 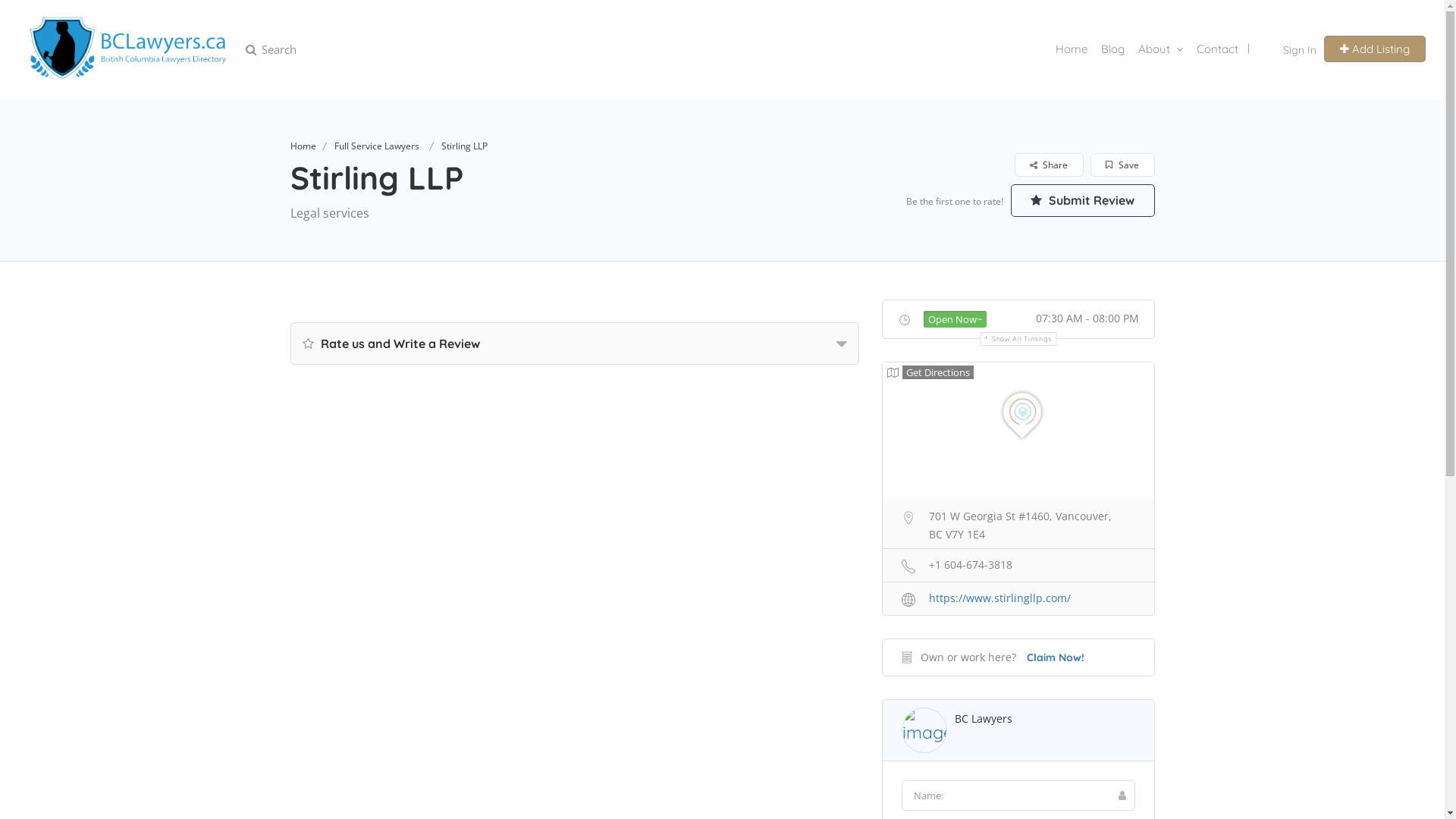 I want to click on 'BC Lawyers', so click(x=983, y=717).